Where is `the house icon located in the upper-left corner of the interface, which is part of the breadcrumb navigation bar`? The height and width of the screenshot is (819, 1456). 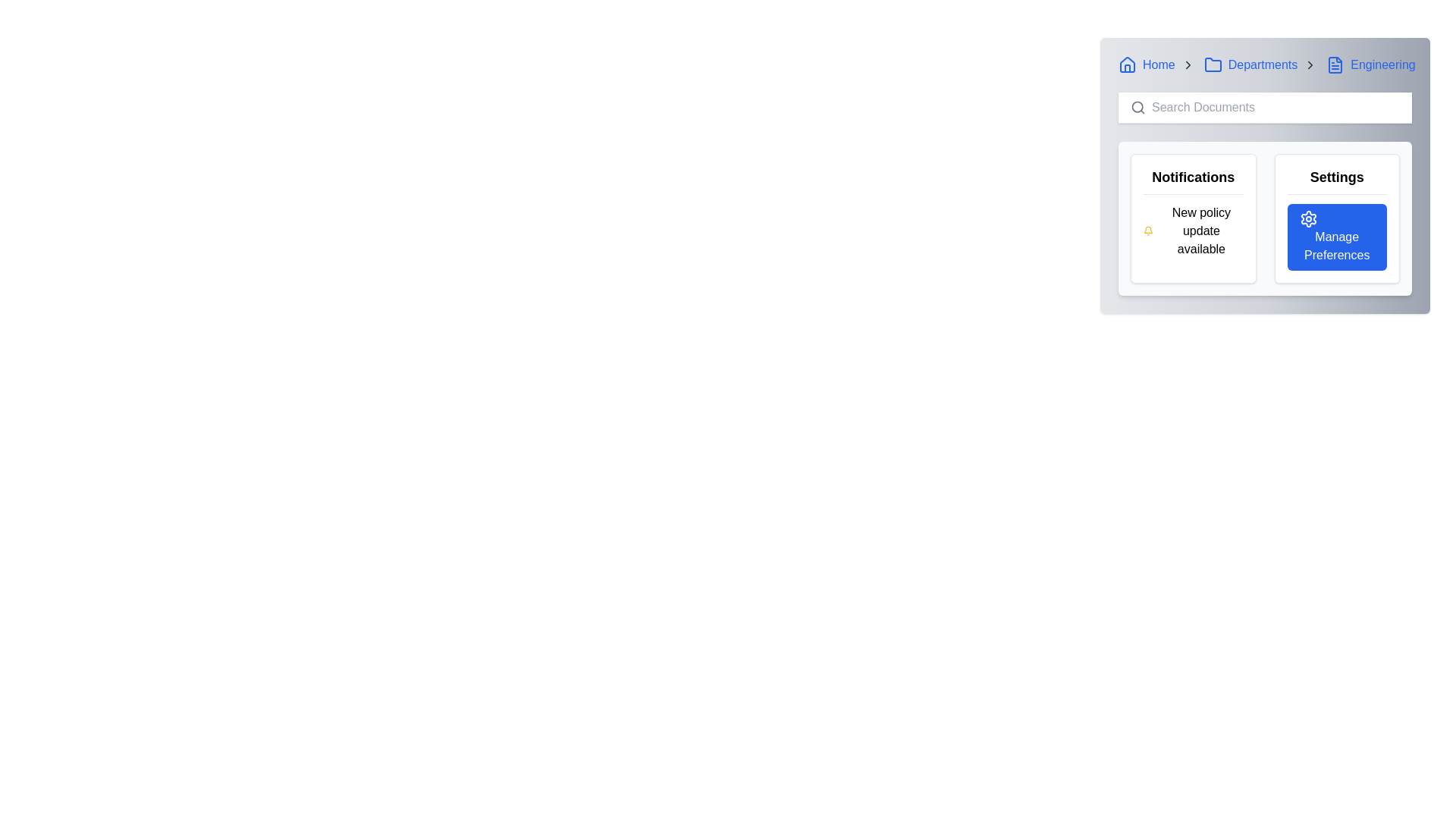 the house icon located in the upper-left corner of the interface, which is part of the breadcrumb navigation bar is located at coordinates (1128, 63).